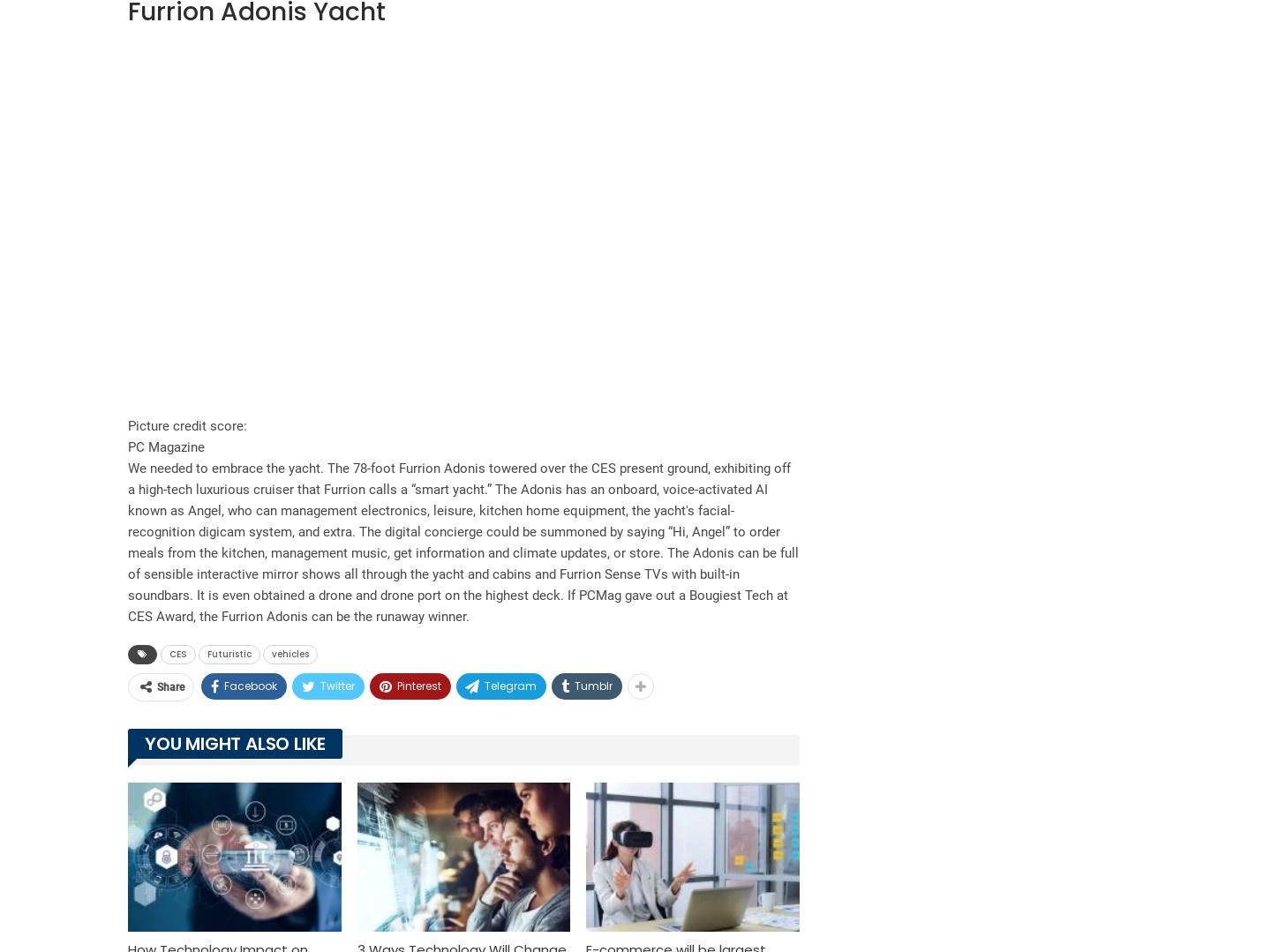 The height and width of the screenshot is (952, 1271). I want to click on 'vehicles', so click(290, 652).